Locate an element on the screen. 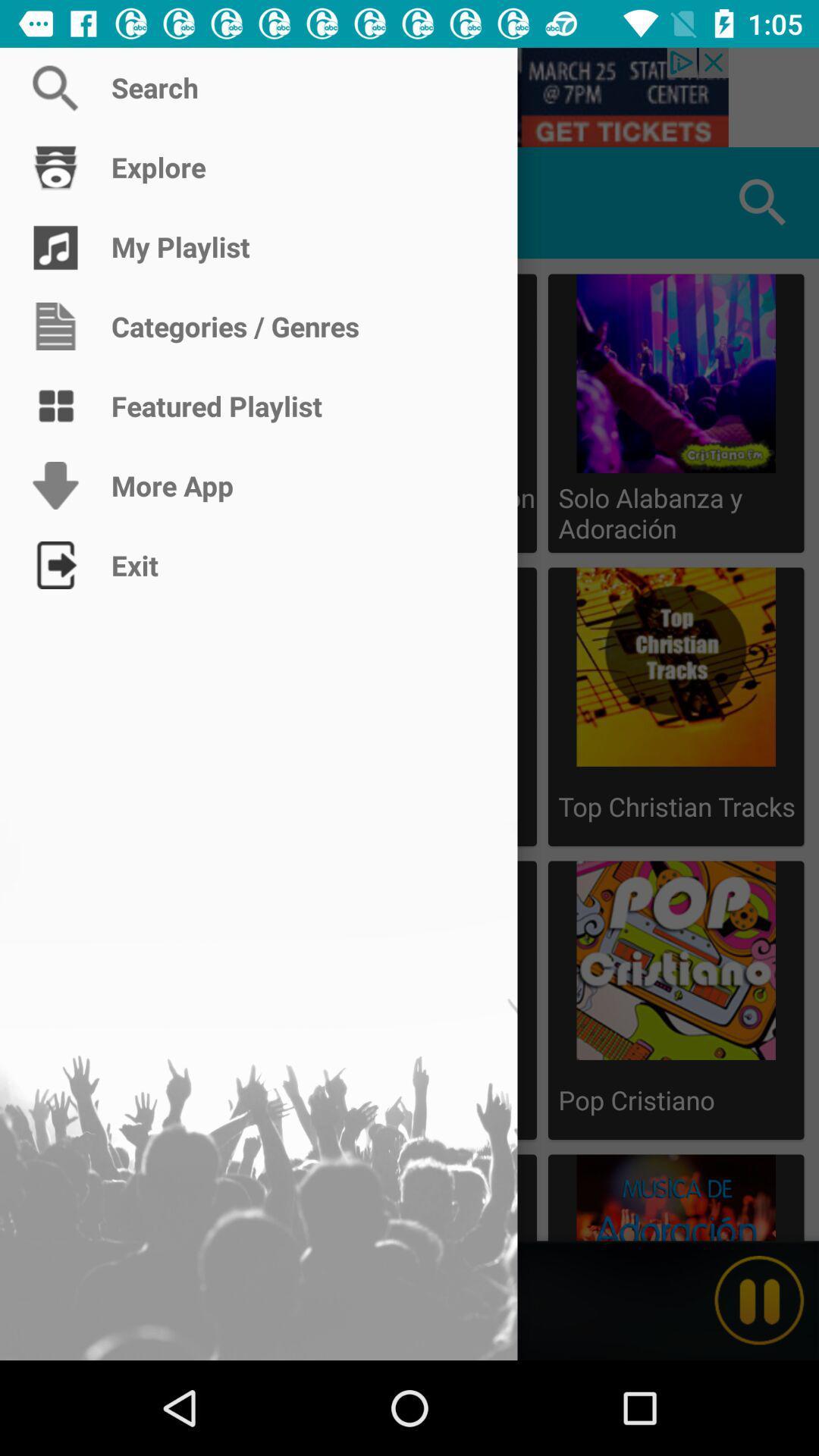 This screenshot has width=819, height=1456. the pause icon is located at coordinates (759, 1300).